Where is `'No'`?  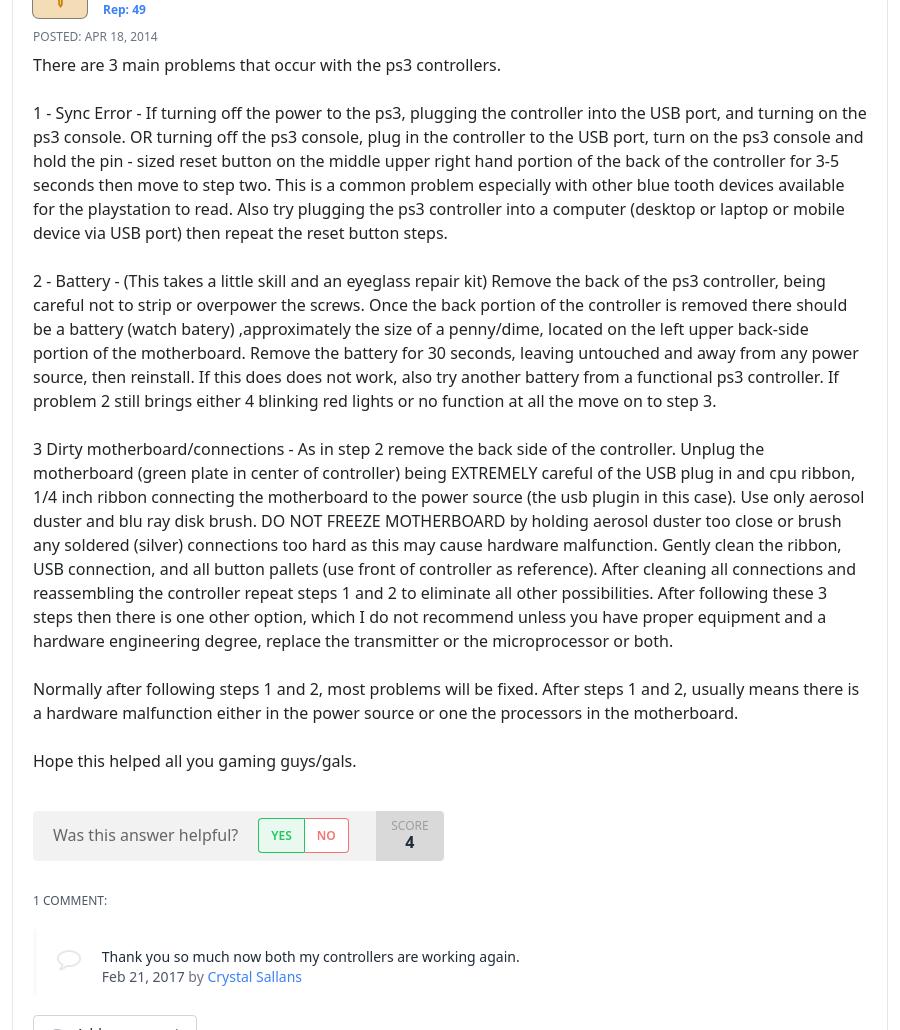
'No' is located at coordinates (314, 833).